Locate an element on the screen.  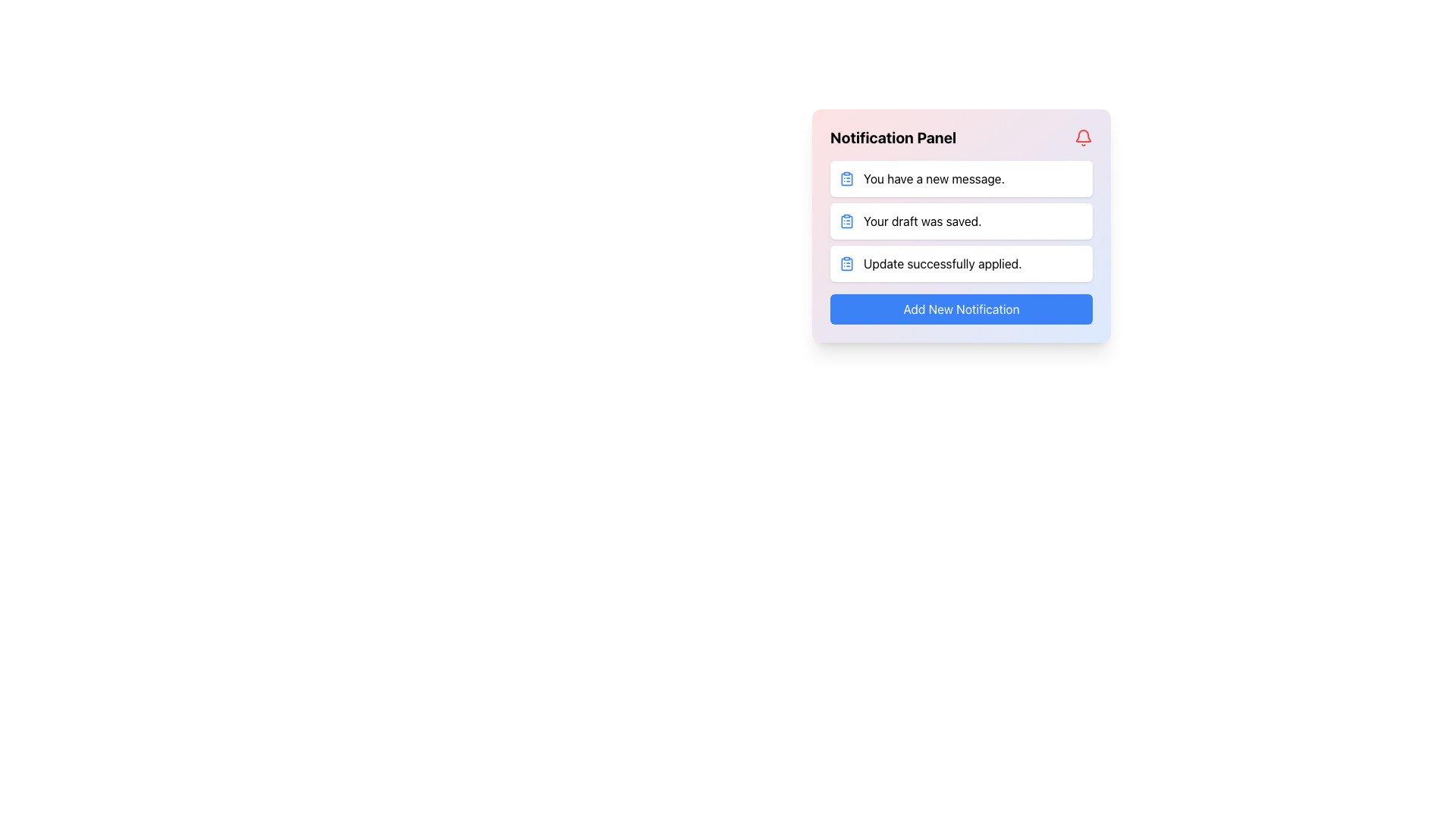
text displayed in the notification panel that says 'You have a new message.' is located at coordinates (934, 177).